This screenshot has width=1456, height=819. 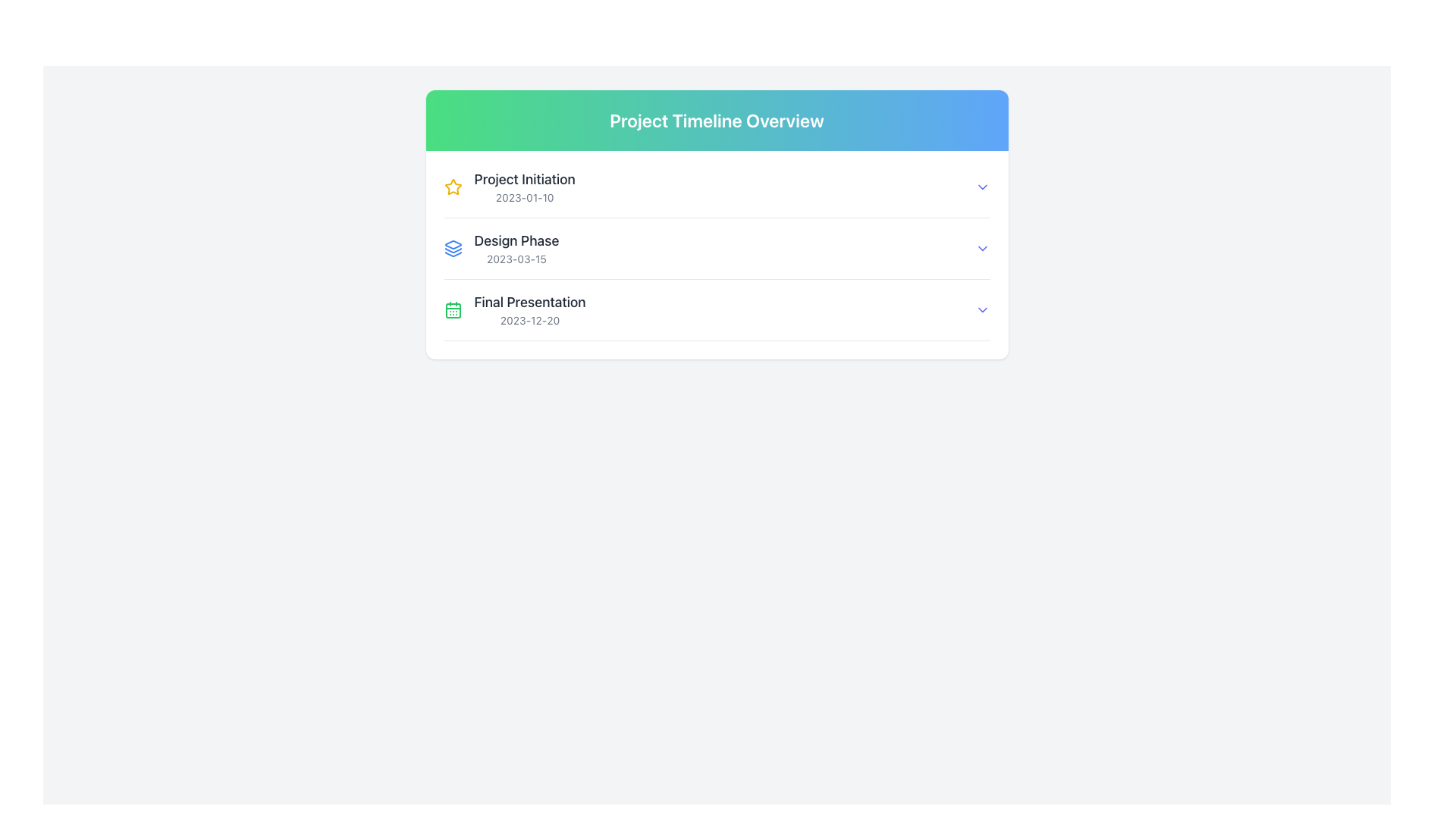 What do you see at coordinates (452, 309) in the screenshot?
I see `the green calendar icon with rounded corners located before the 'Final Presentation' text in the timeline` at bounding box center [452, 309].